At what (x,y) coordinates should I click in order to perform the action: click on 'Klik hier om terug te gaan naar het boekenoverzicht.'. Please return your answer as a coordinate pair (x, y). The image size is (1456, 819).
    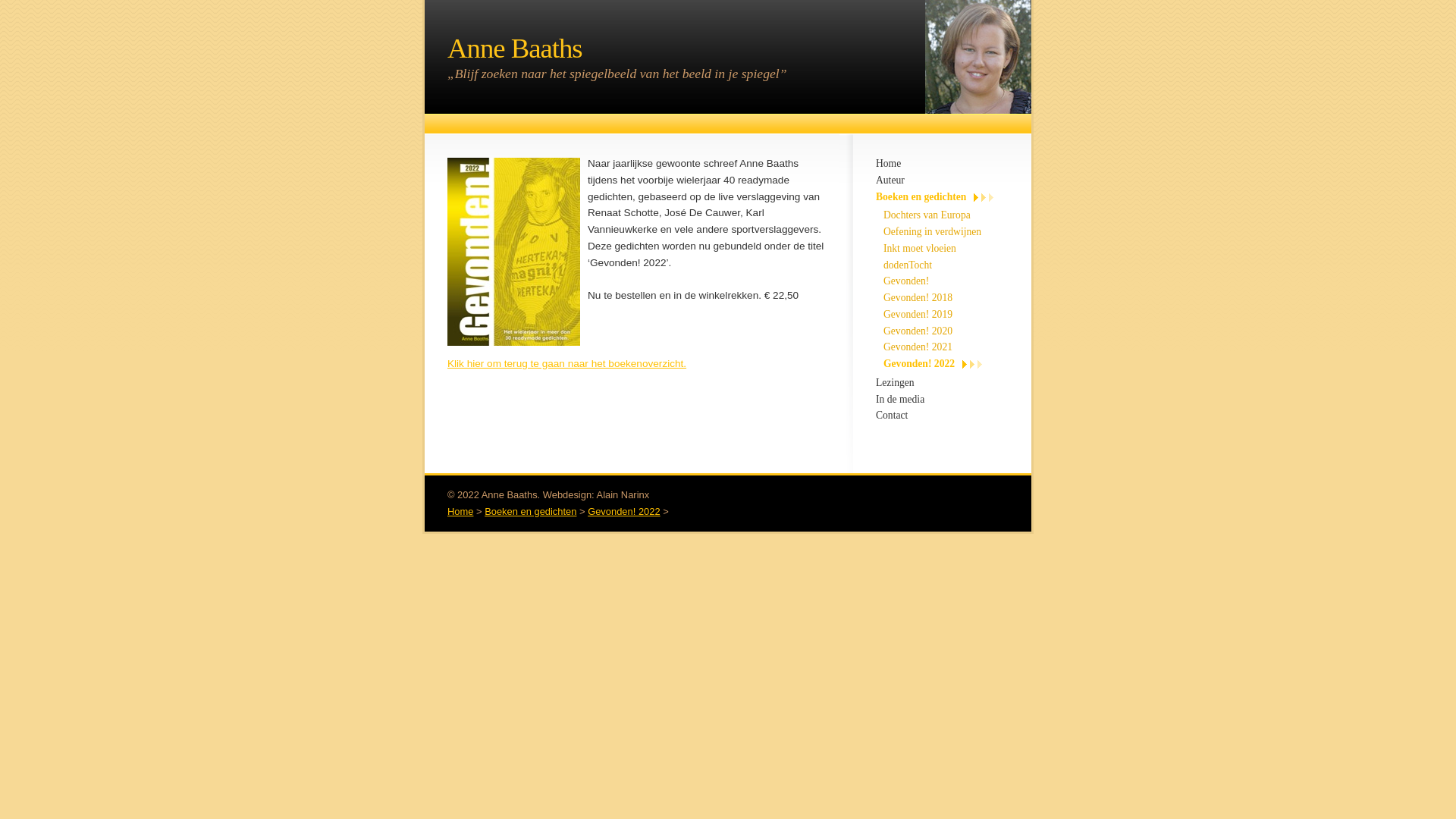
    Looking at the image, I should click on (447, 363).